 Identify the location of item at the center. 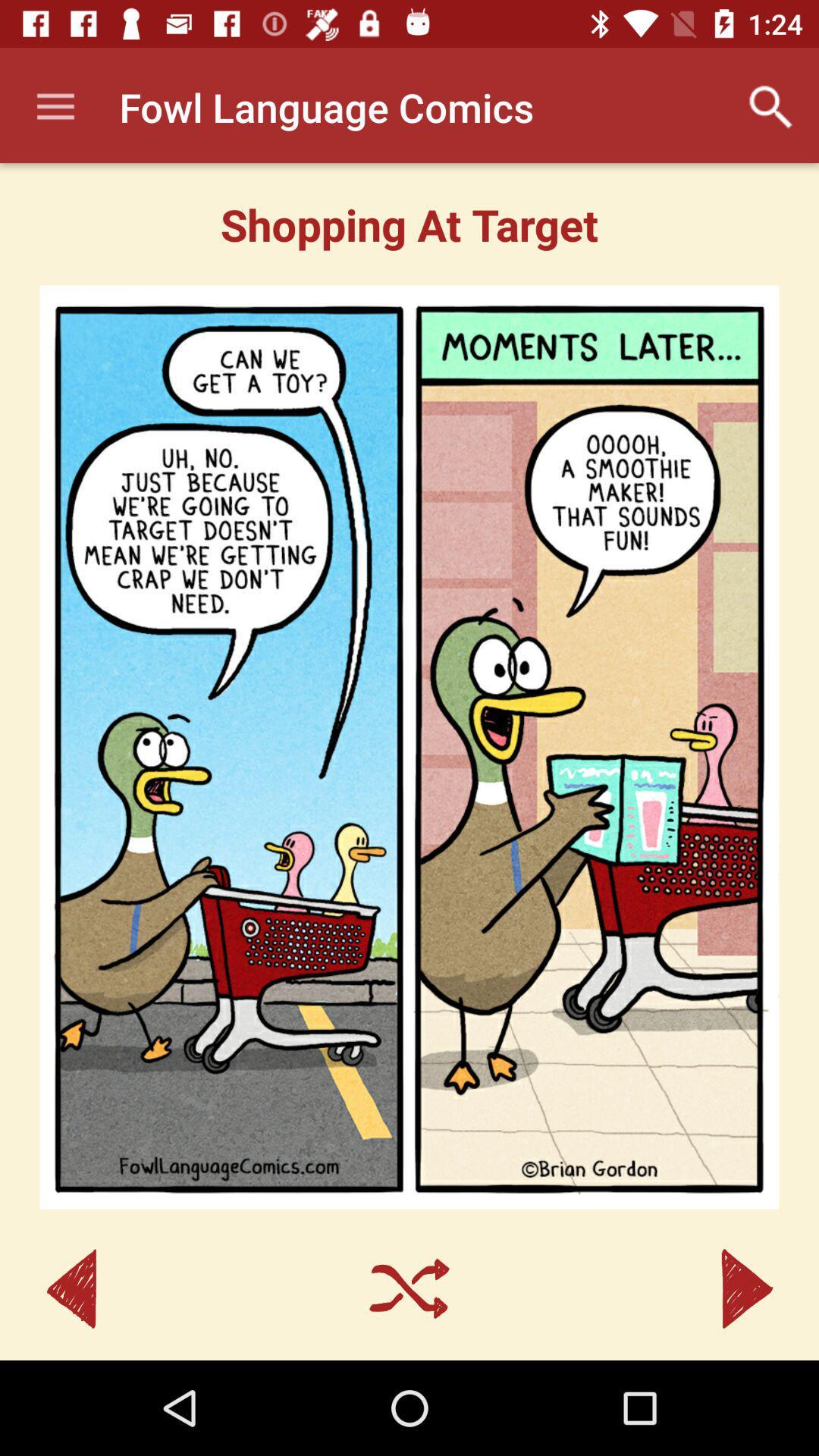
(409, 747).